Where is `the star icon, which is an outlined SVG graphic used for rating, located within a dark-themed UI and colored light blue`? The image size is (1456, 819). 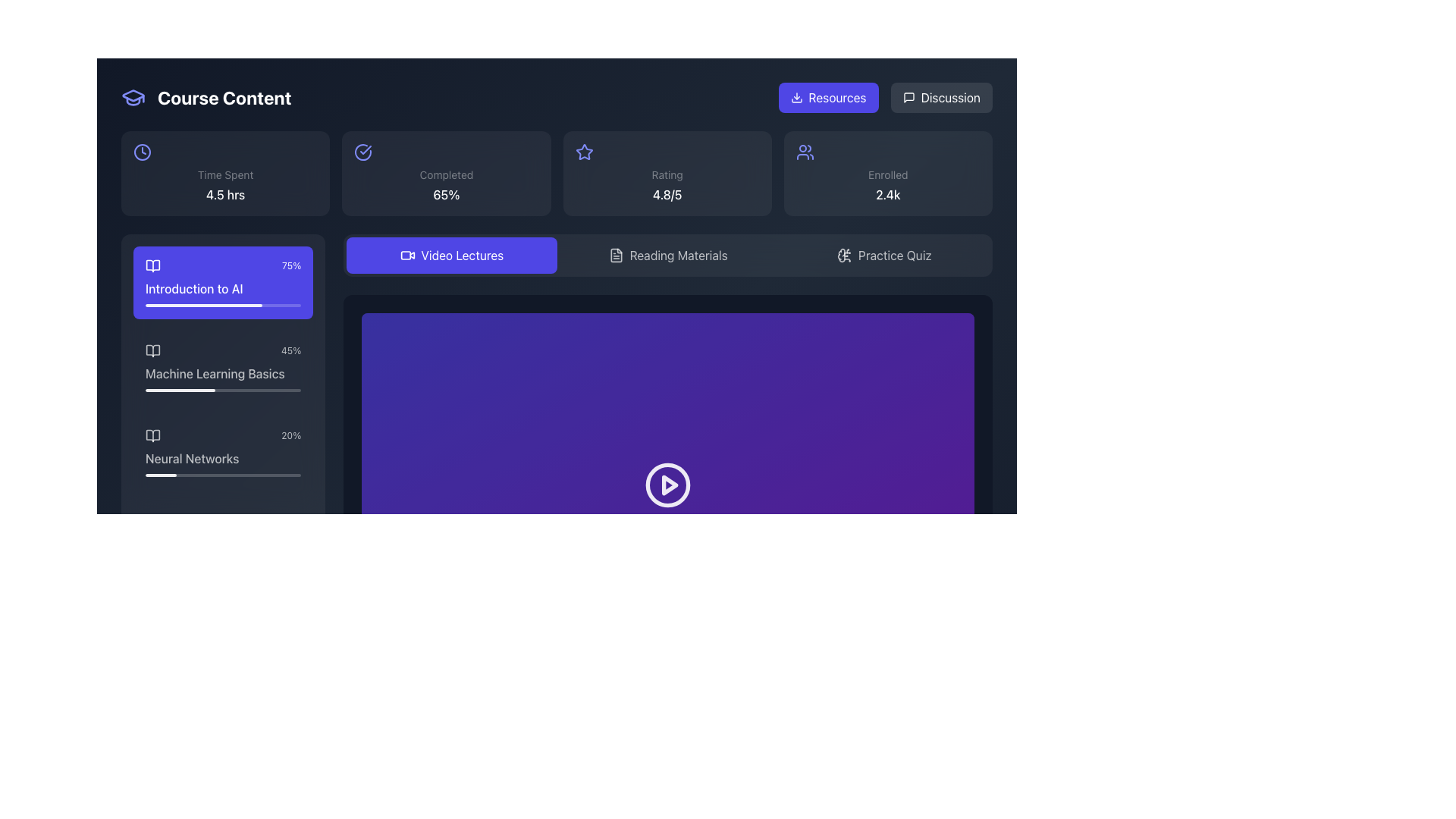
the star icon, which is an outlined SVG graphic used for rating, located within a dark-themed UI and colored light blue is located at coordinates (583, 152).